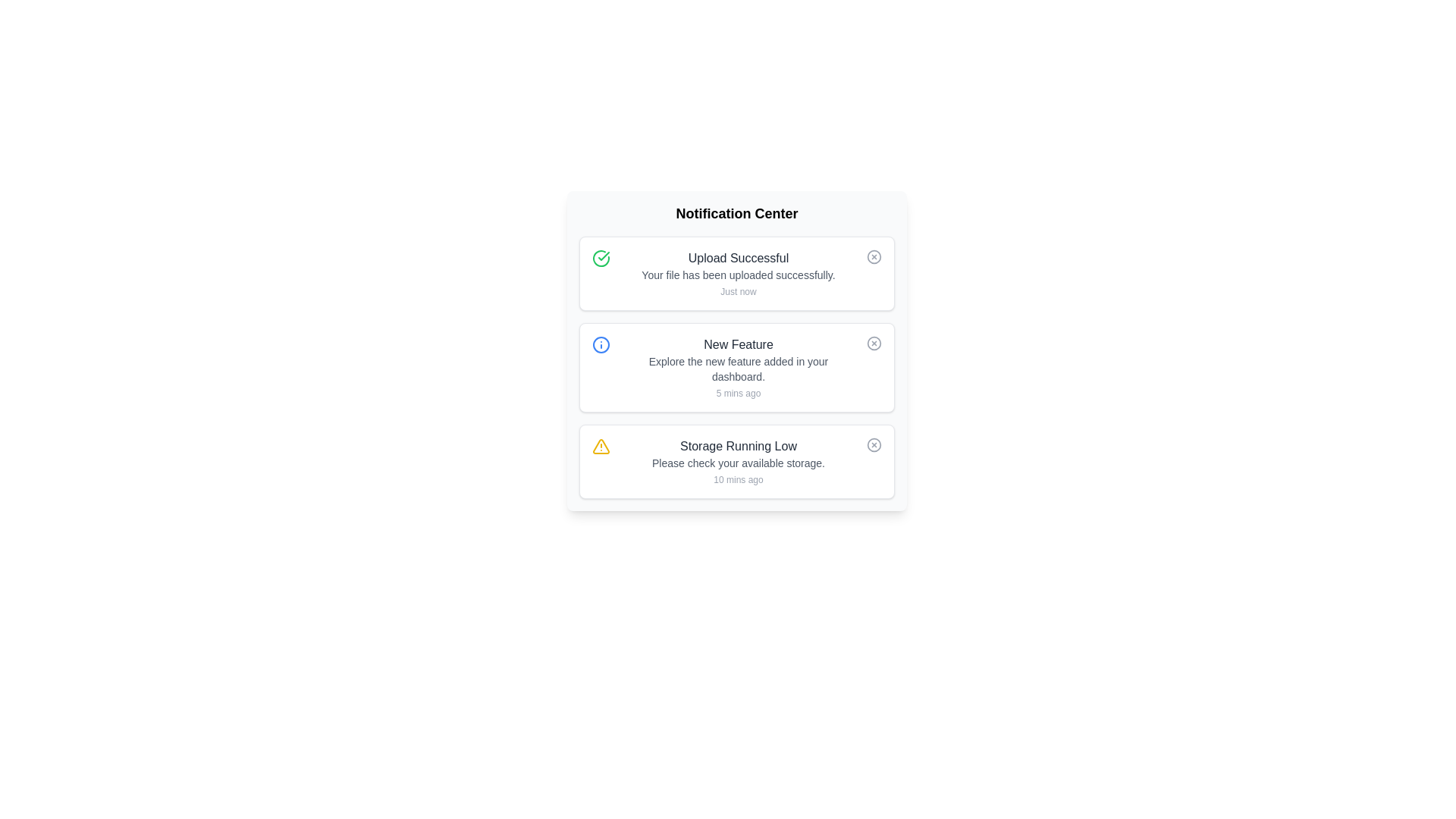 The height and width of the screenshot is (819, 1456). I want to click on the circular graphical element with a thin stroke located in the bottom-right notification card of the Notification Center panel, so click(874, 444).